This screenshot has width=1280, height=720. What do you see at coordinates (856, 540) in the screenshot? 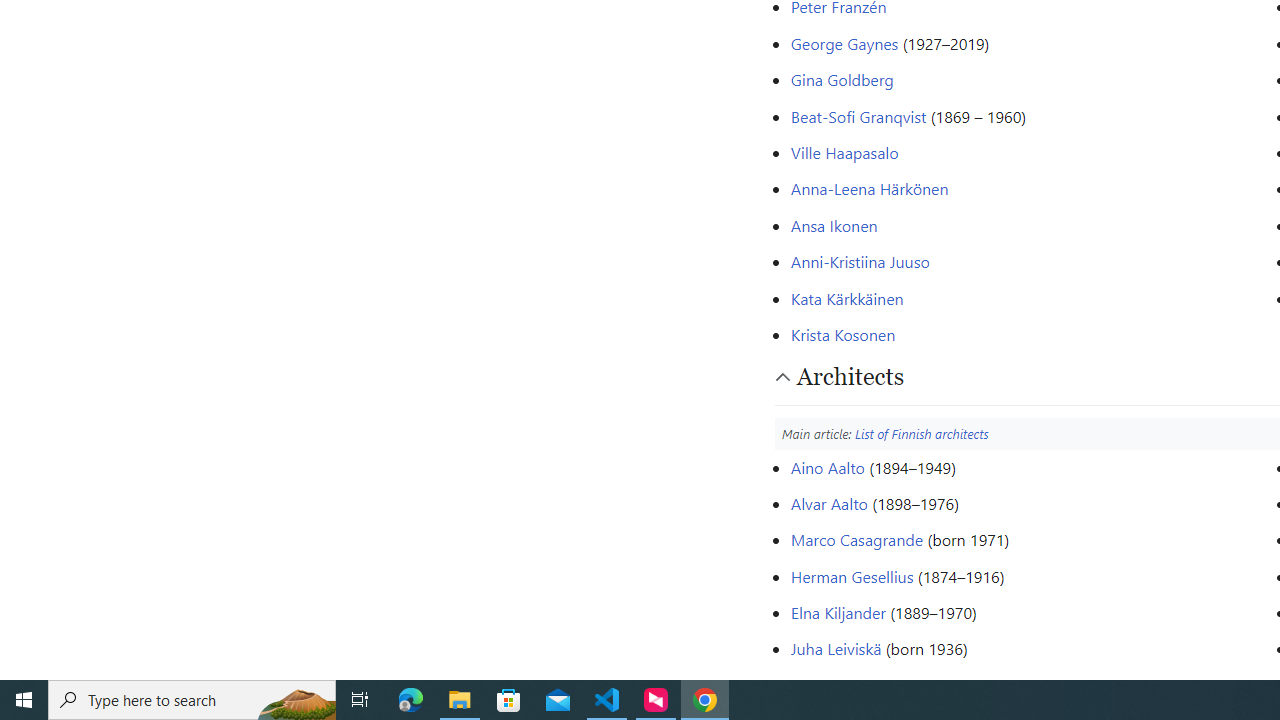
I see `'Marco Casagrande'` at bounding box center [856, 540].